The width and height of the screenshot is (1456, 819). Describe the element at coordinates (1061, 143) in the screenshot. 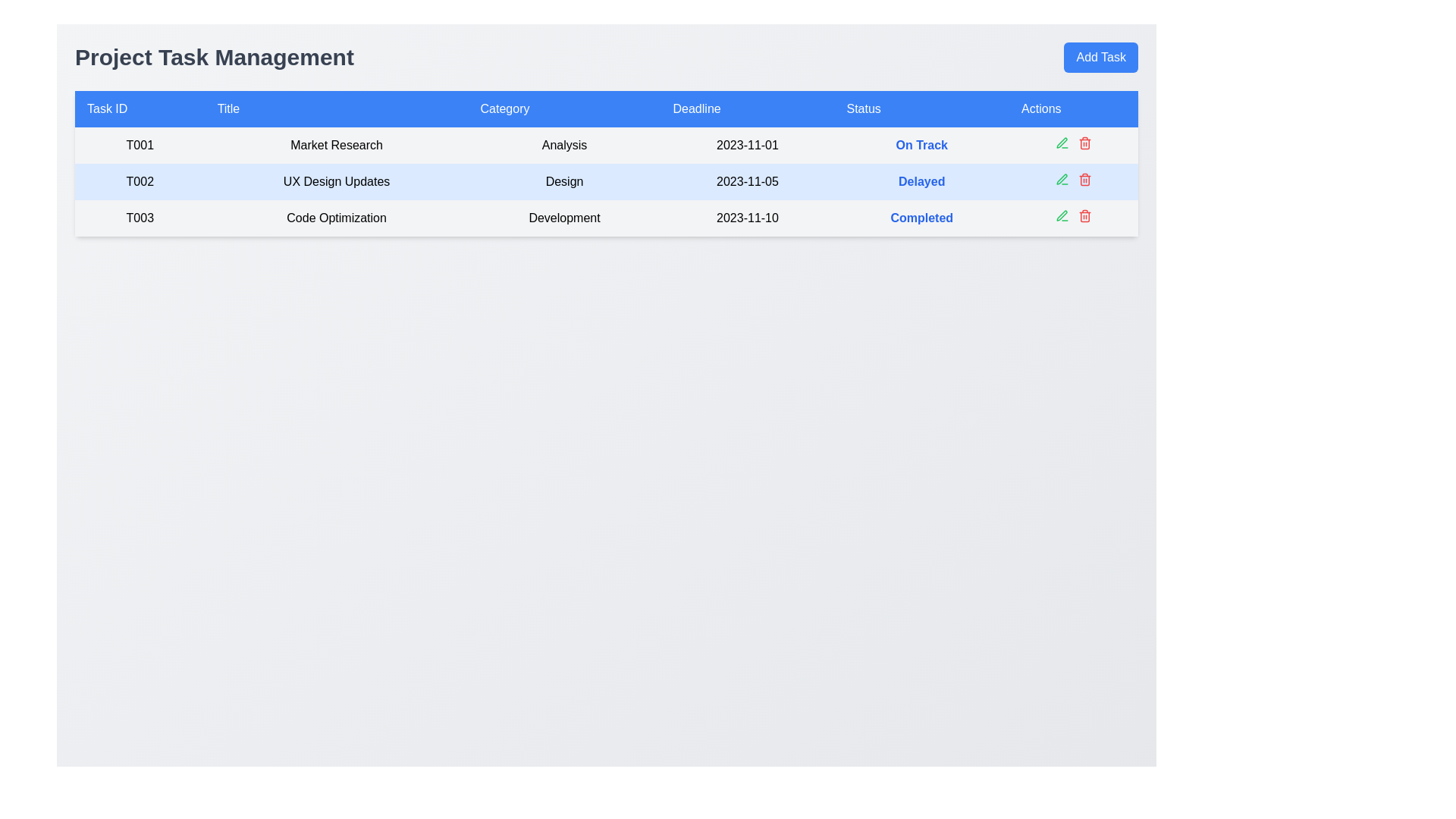

I see `the pen icon in the 'Actions' column of the second row, corresponding to 'UX Design Updates'` at that location.